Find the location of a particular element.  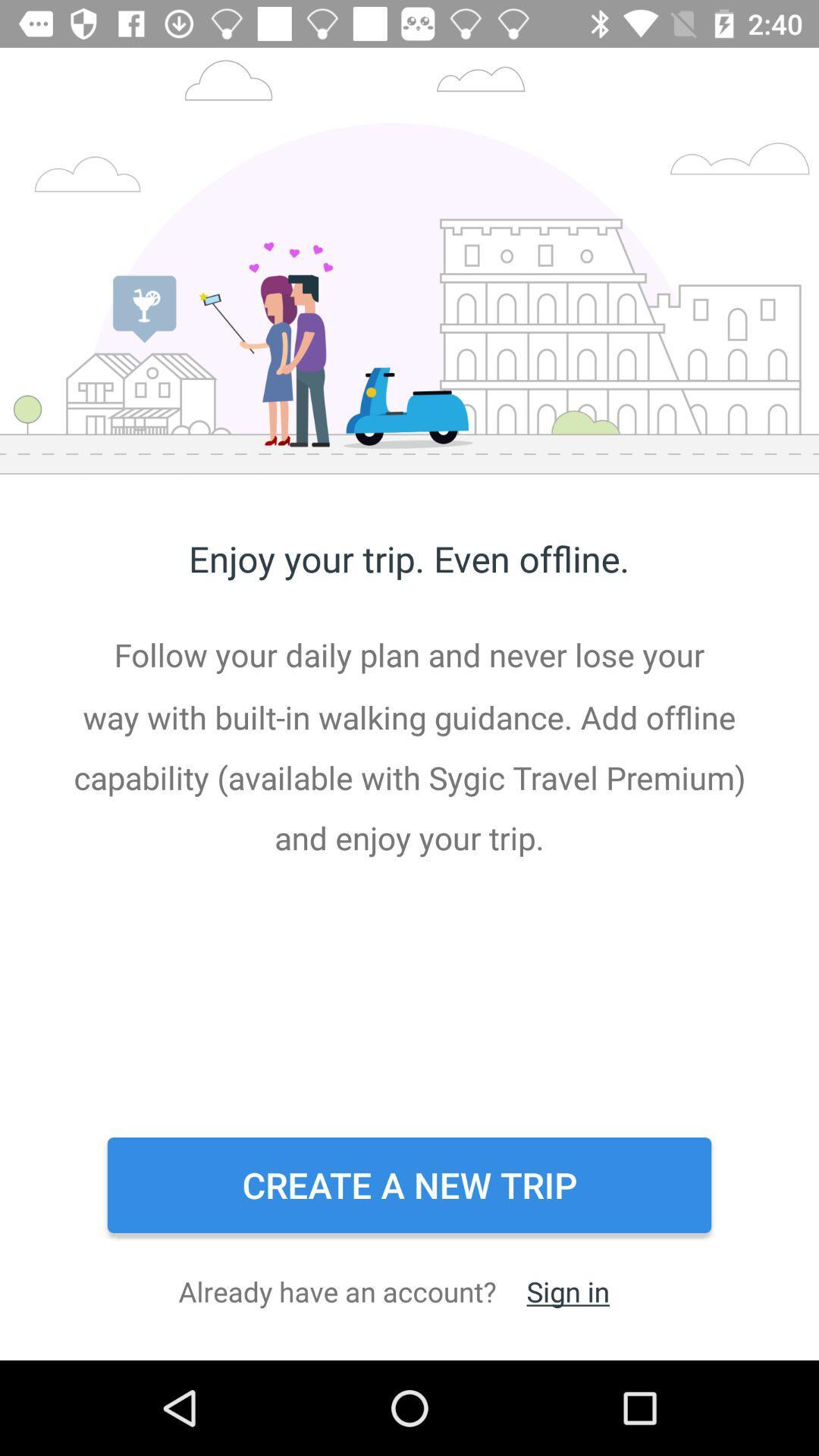

the item next to the already have an is located at coordinates (568, 1291).